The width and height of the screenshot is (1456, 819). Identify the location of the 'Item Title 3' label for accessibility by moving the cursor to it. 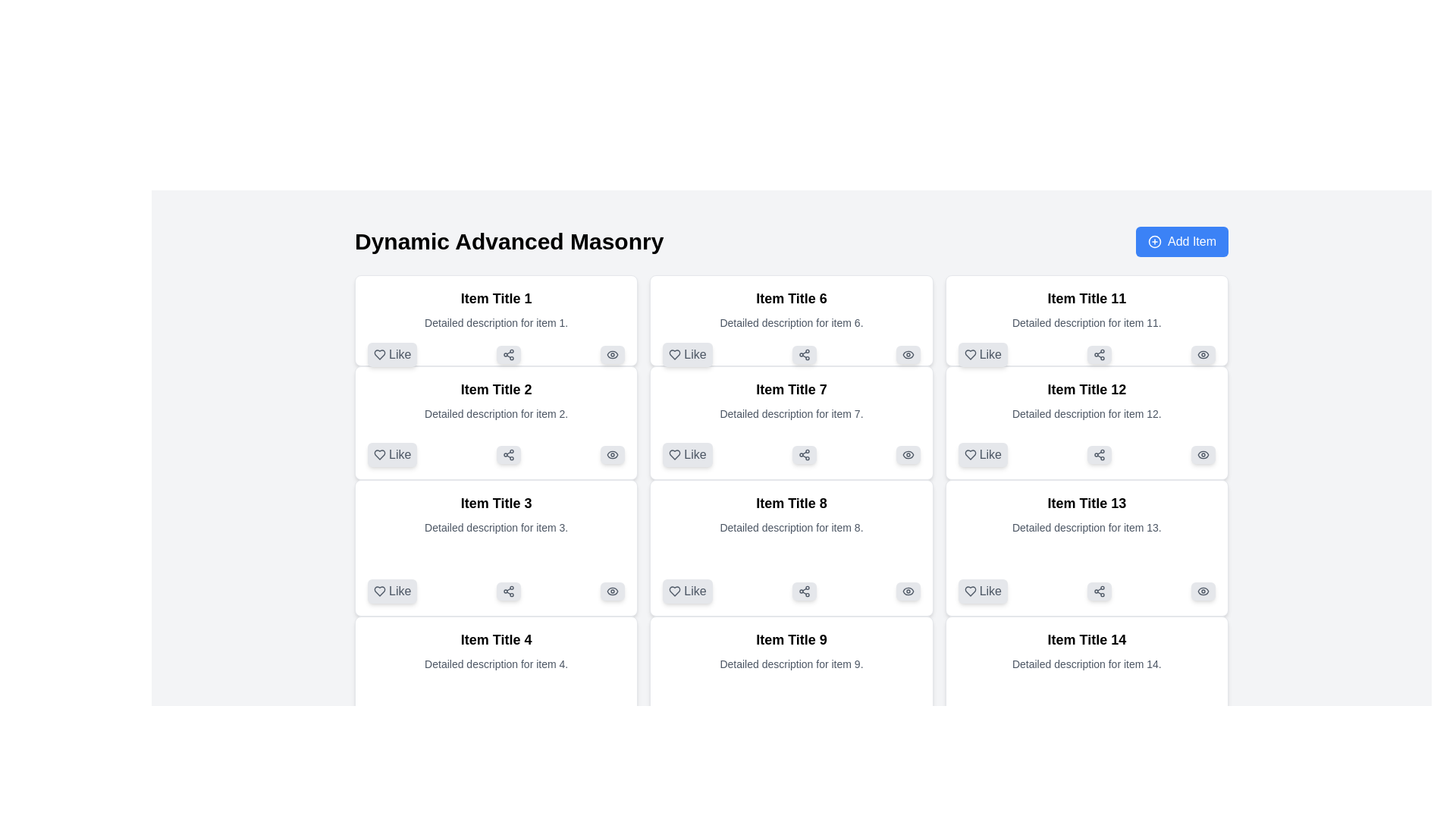
(496, 503).